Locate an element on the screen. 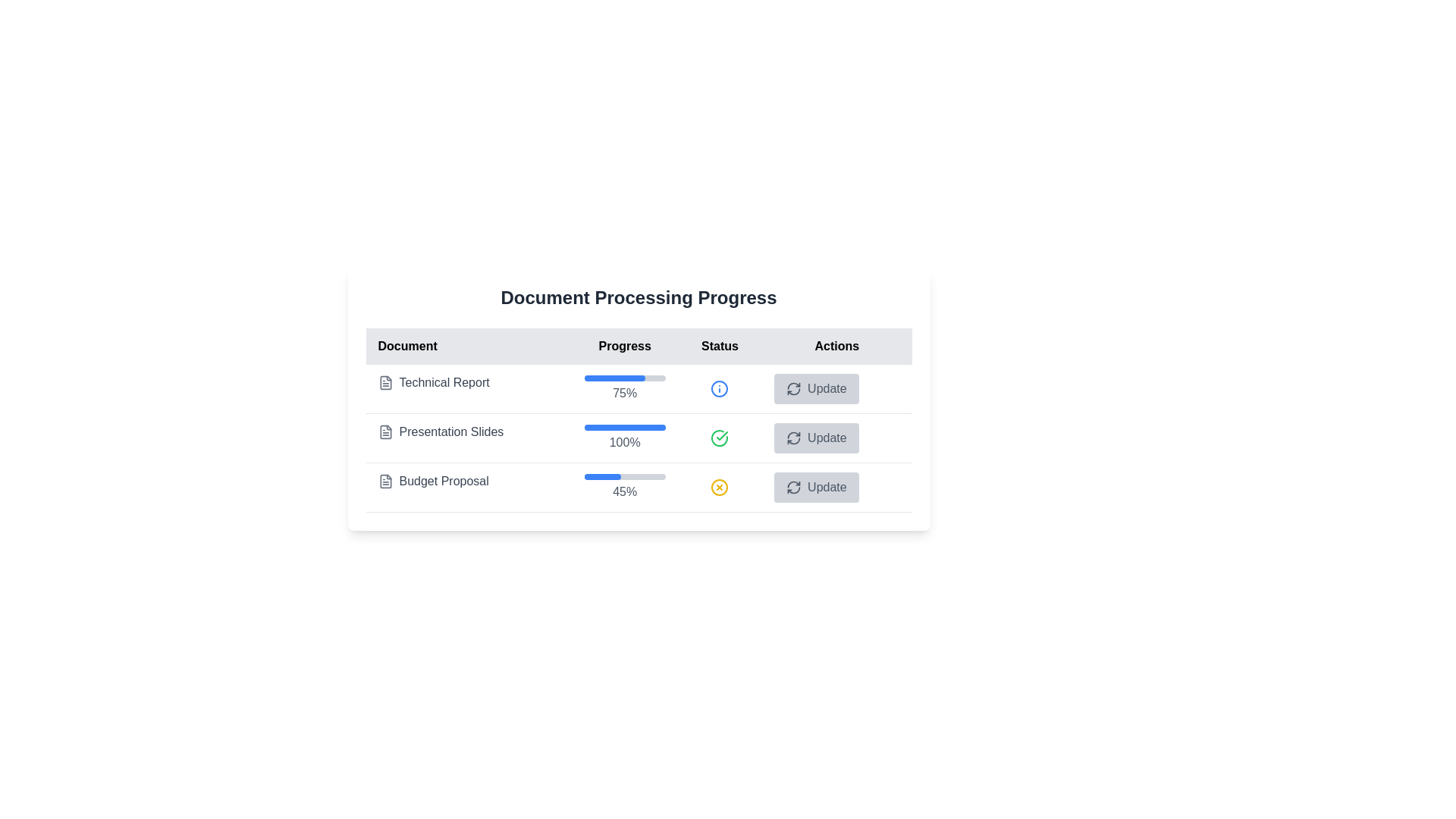 The image size is (1456, 819). the checkmark icon in the 'Status' column under 'Presentation Slides' to analyze its visual status is located at coordinates (719, 438).